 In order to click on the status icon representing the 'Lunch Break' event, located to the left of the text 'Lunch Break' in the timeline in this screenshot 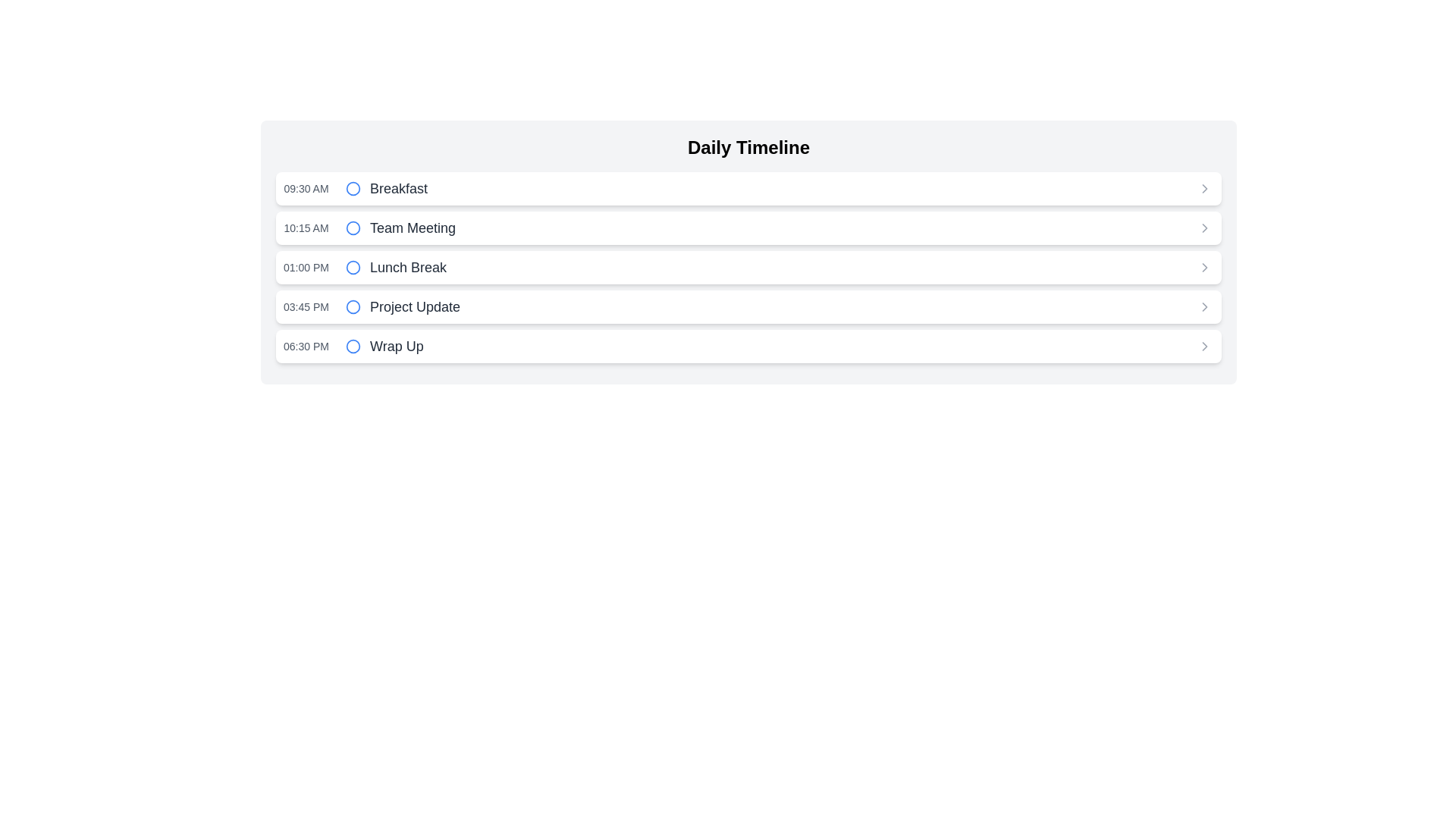, I will do `click(352, 267)`.